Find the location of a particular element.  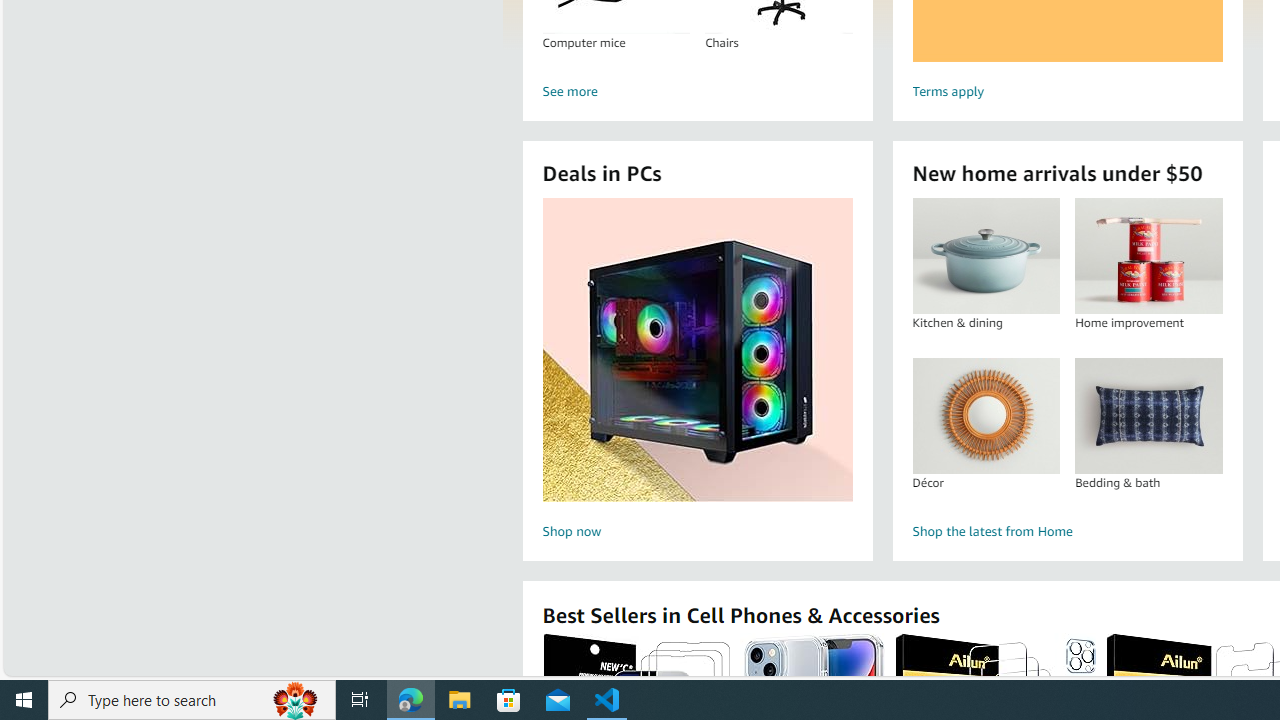

'Deals in PCs Shop now' is located at coordinates (697, 371).